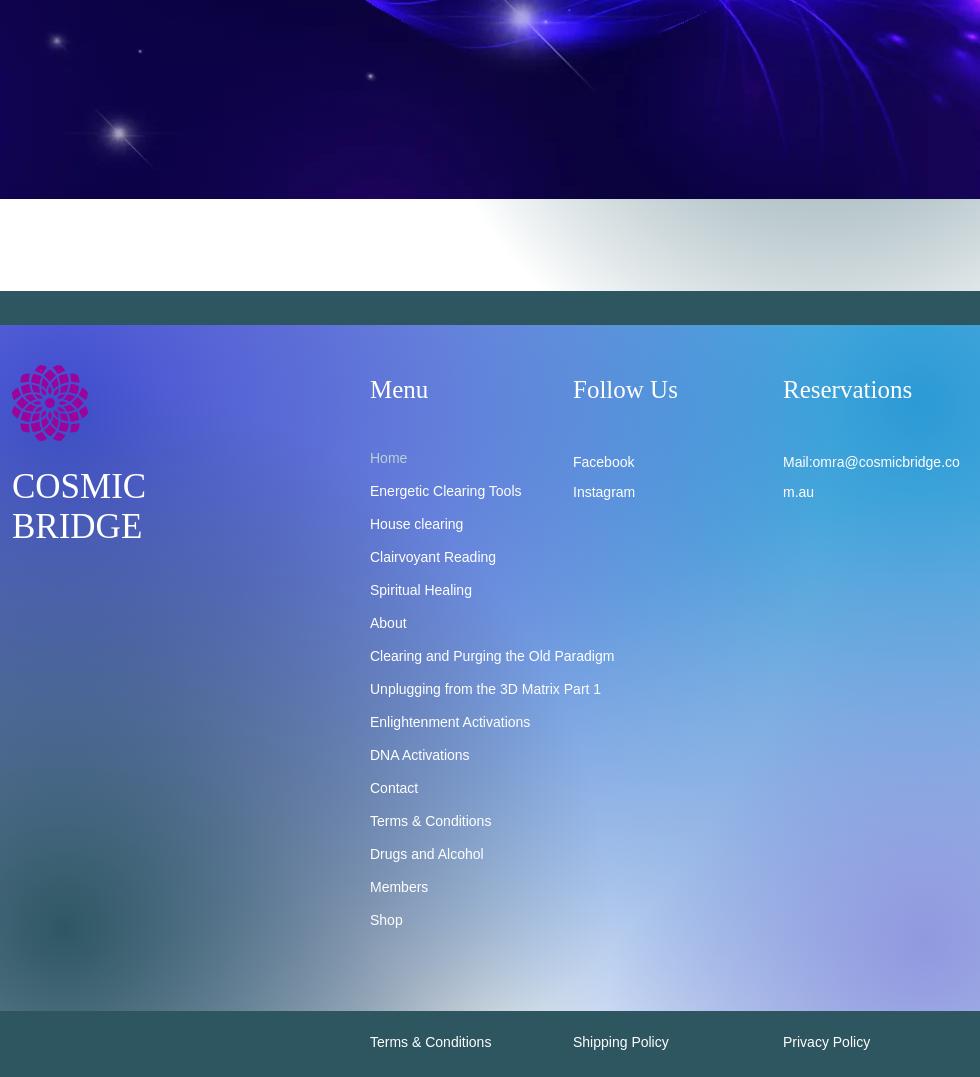 The width and height of the screenshot is (980, 1077). Describe the element at coordinates (416, 522) in the screenshot. I see `'House clearing'` at that location.